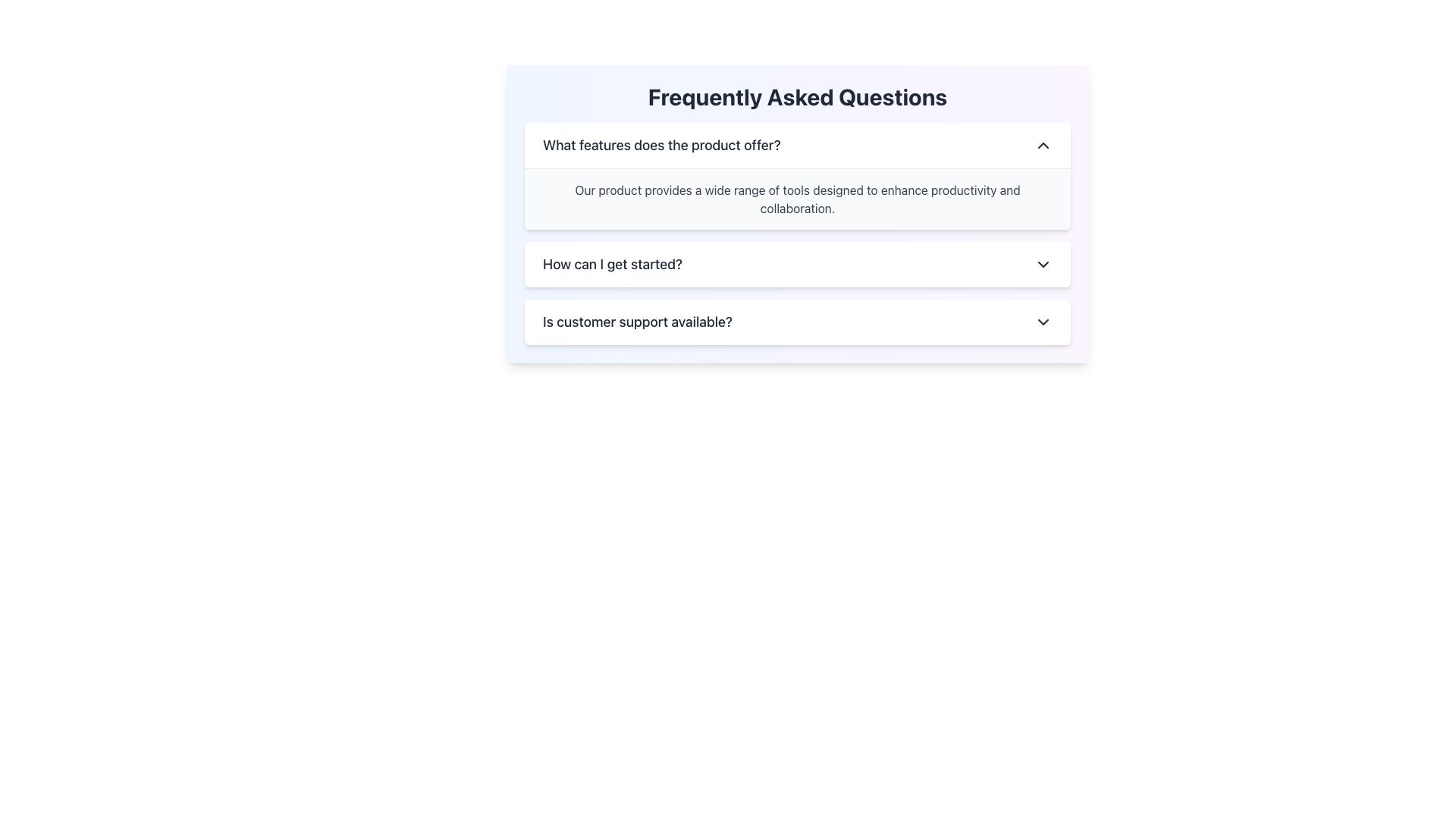 The height and width of the screenshot is (819, 1456). Describe the element at coordinates (796, 198) in the screenshot. I see `the static text block that reads 'Our product provides a wide range of tools designed to enhance productivity and collaboration.' located below the question 'What features does the product offer?' in the frequently asked questions interface` at that location.